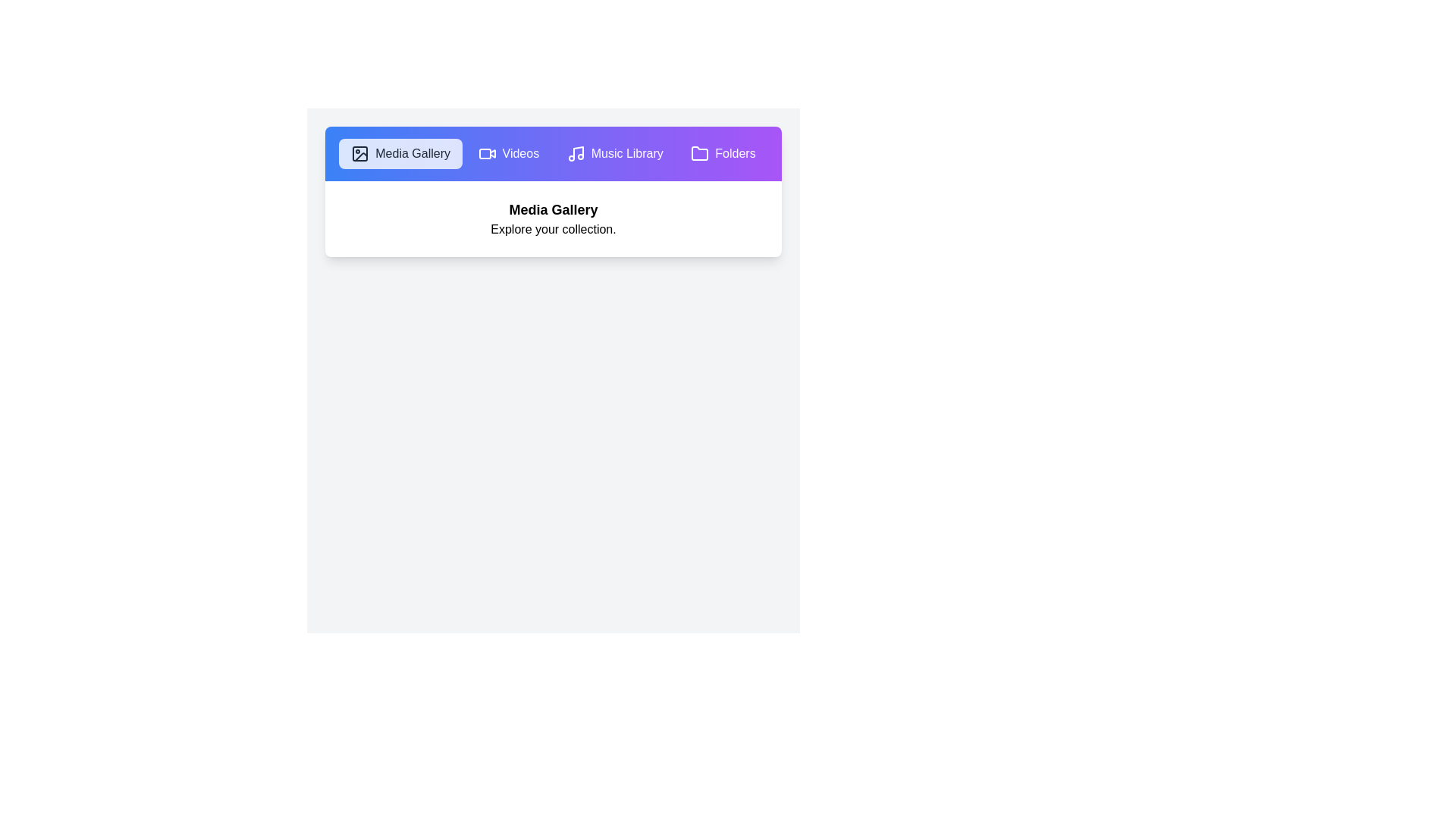  What do you see at coordinates (400, 154) in the screenshot?
I see `the 'Media Gallery' button, which is the first button in a row of navigation options in a gradient purple and blue top bar` at bounding box center [400, 154].